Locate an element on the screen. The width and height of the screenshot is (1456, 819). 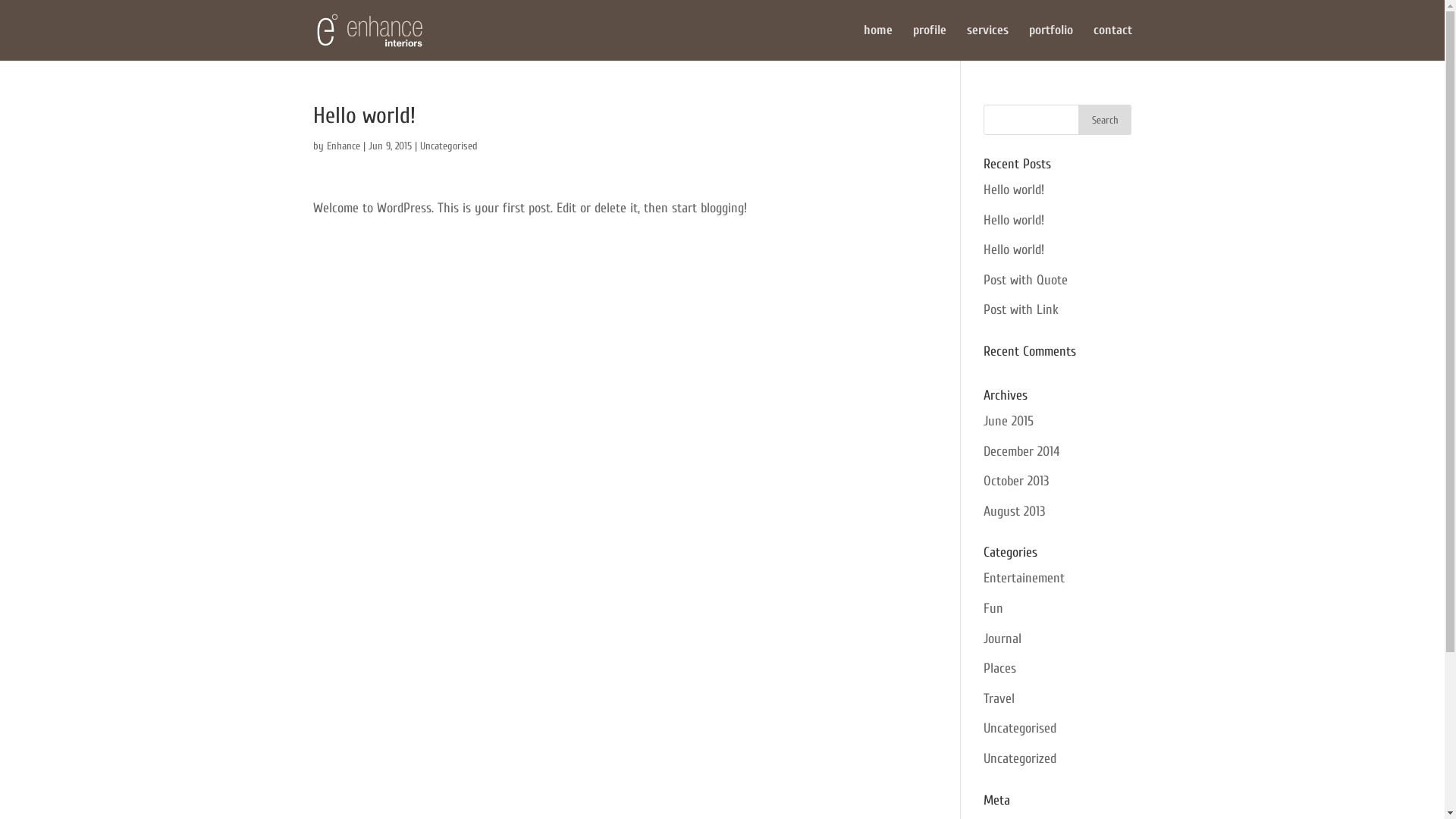
'Fun' is located at coordinates (993, 607).